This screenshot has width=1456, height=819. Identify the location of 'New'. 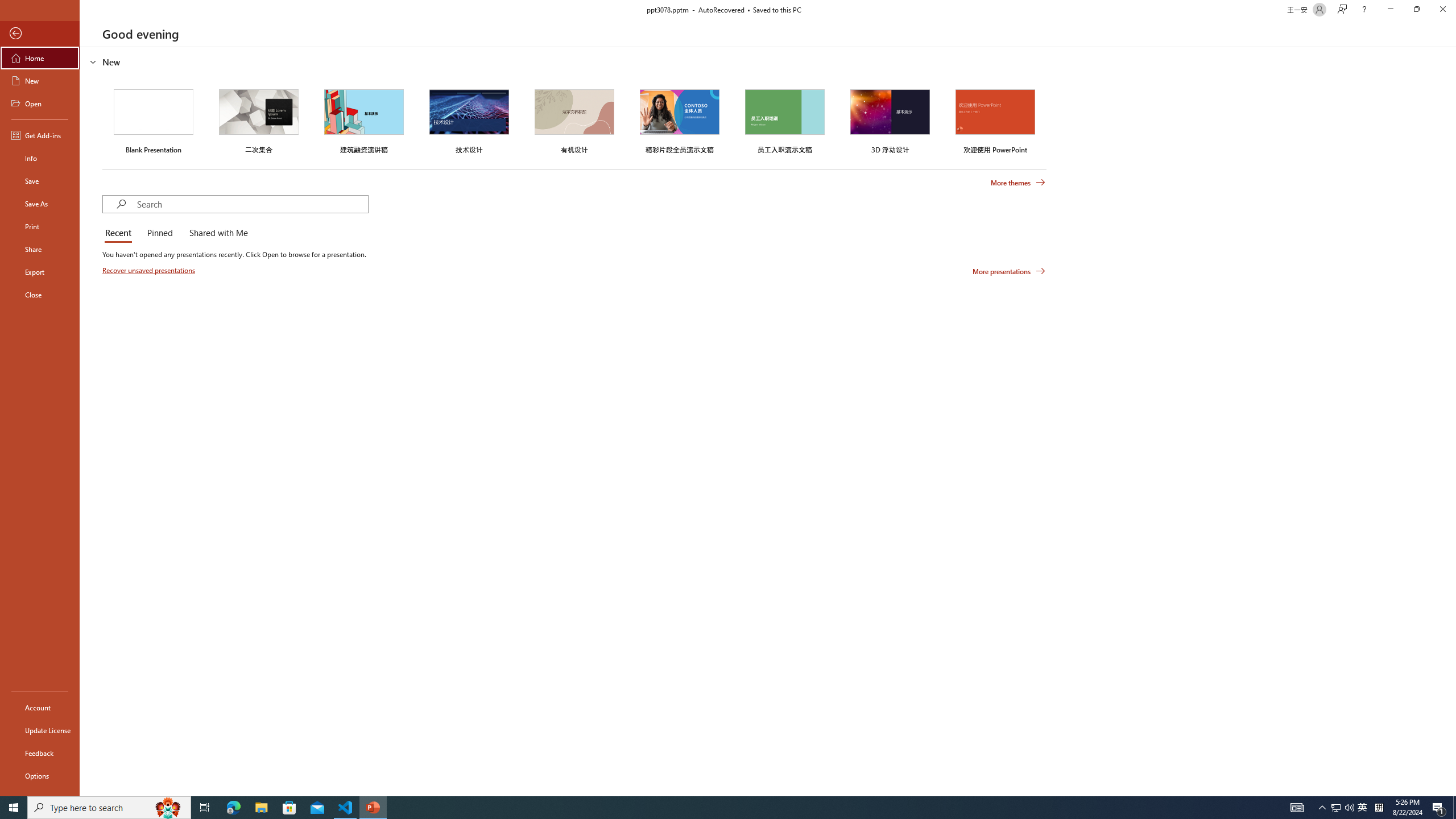
(39, 80).